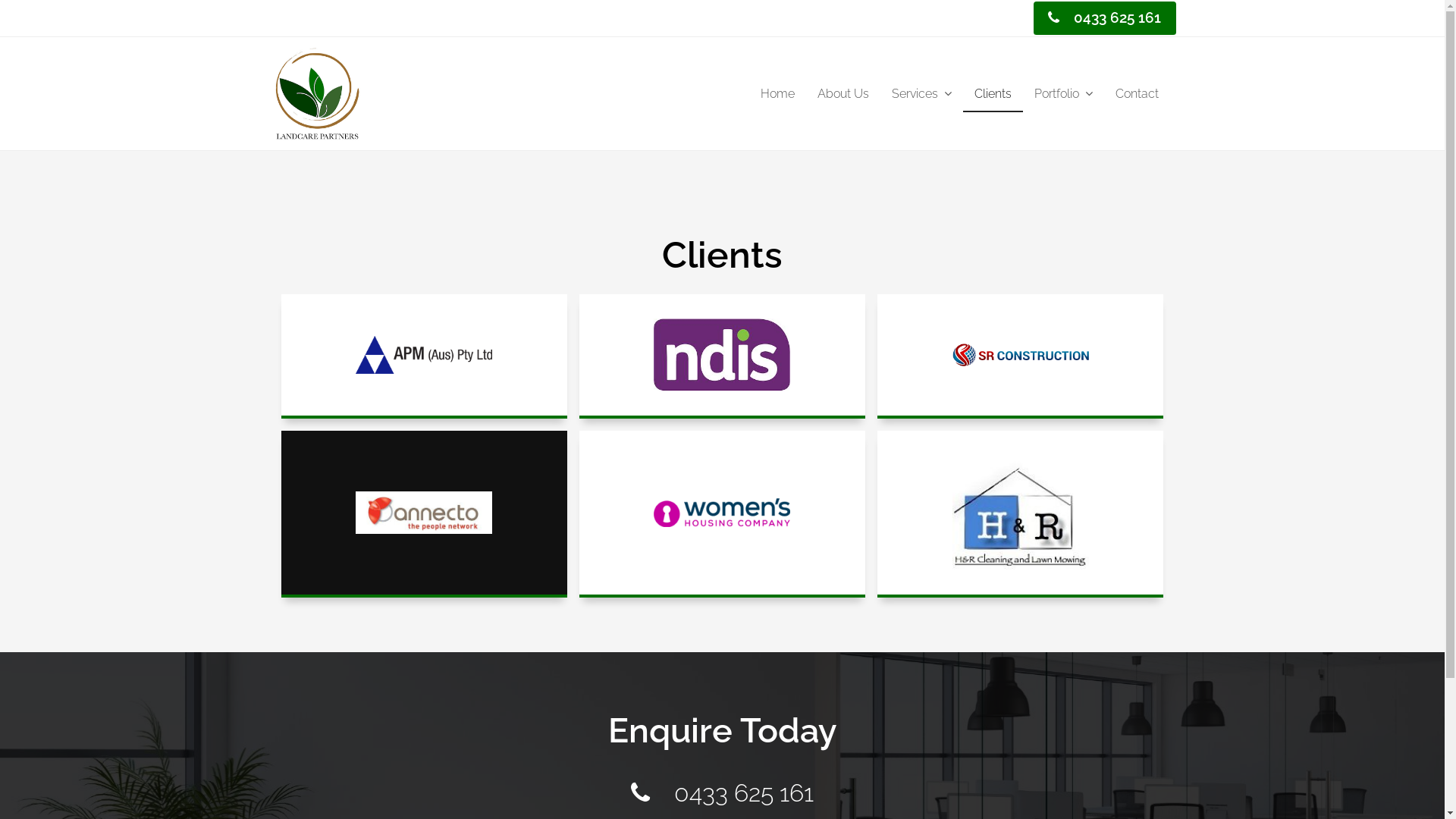 The image size is (1456, 819). I want to click on 'About Us', so click(841, 94).